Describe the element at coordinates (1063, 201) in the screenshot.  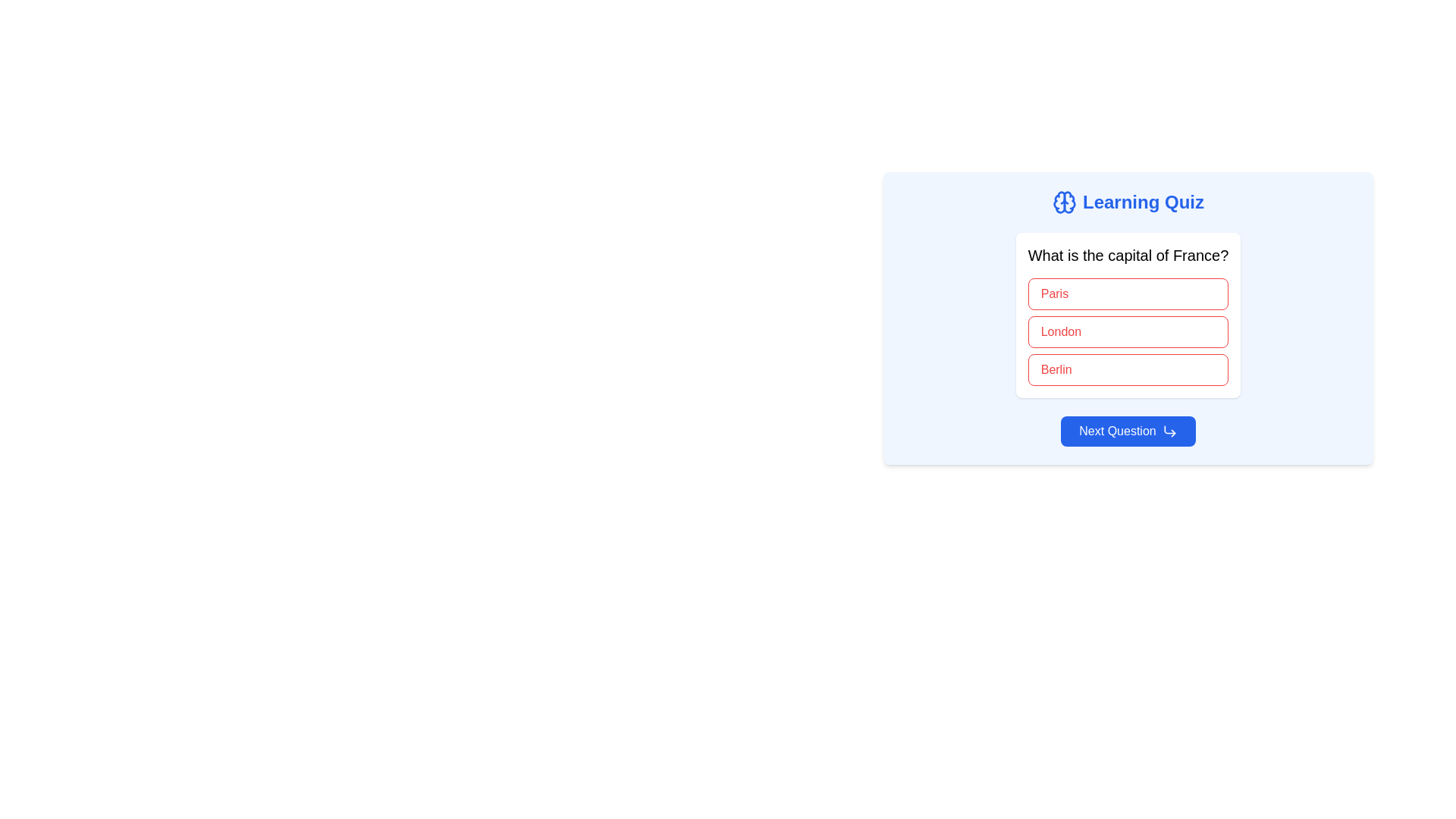
I see `the SVG Icon representing brain-related or intellectual activity, located at the beginning of the header 'Learning Quiz'` at that location.